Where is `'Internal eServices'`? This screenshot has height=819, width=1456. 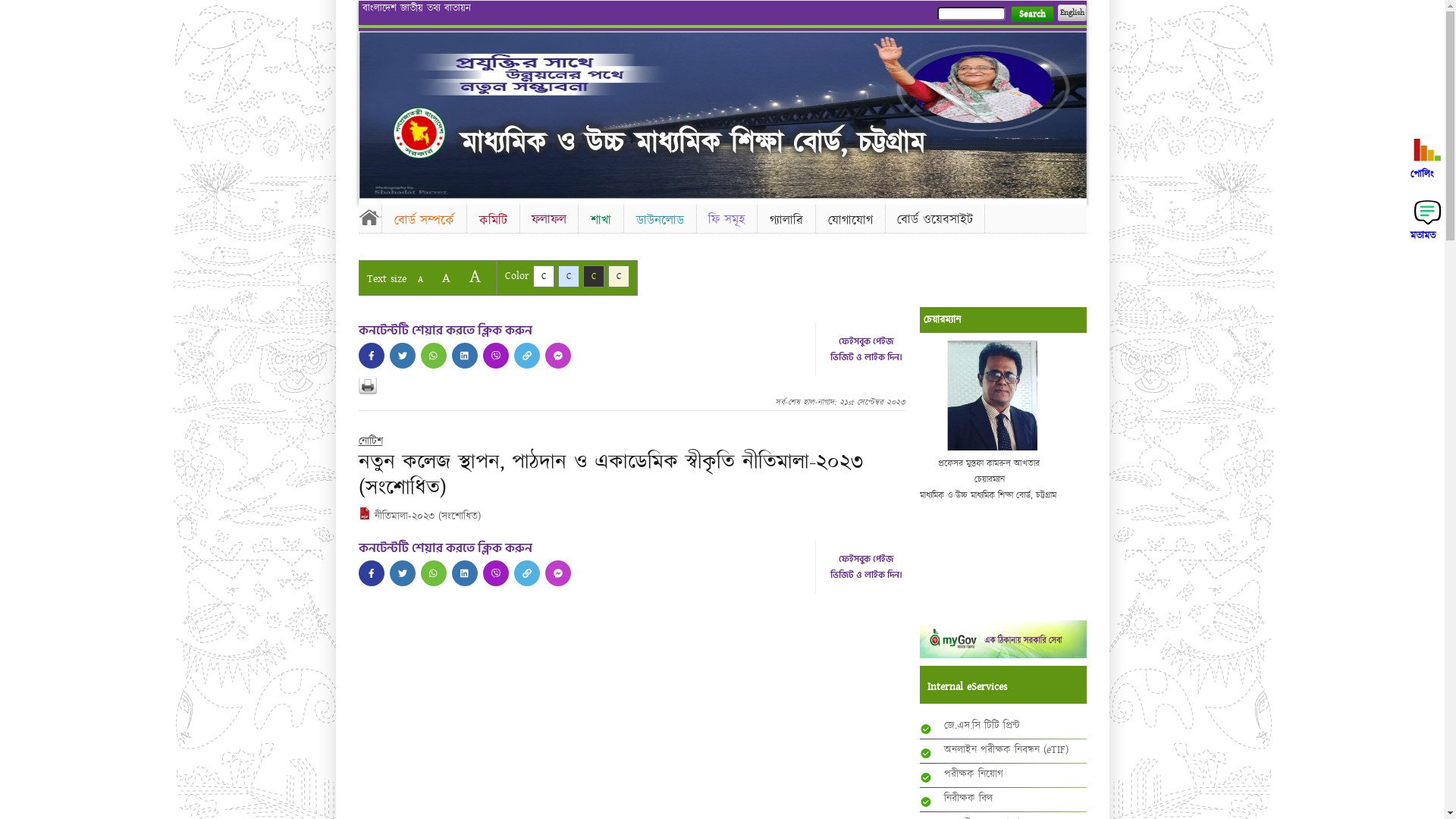
'Internal eServices' is located at coordinates (926, 687).